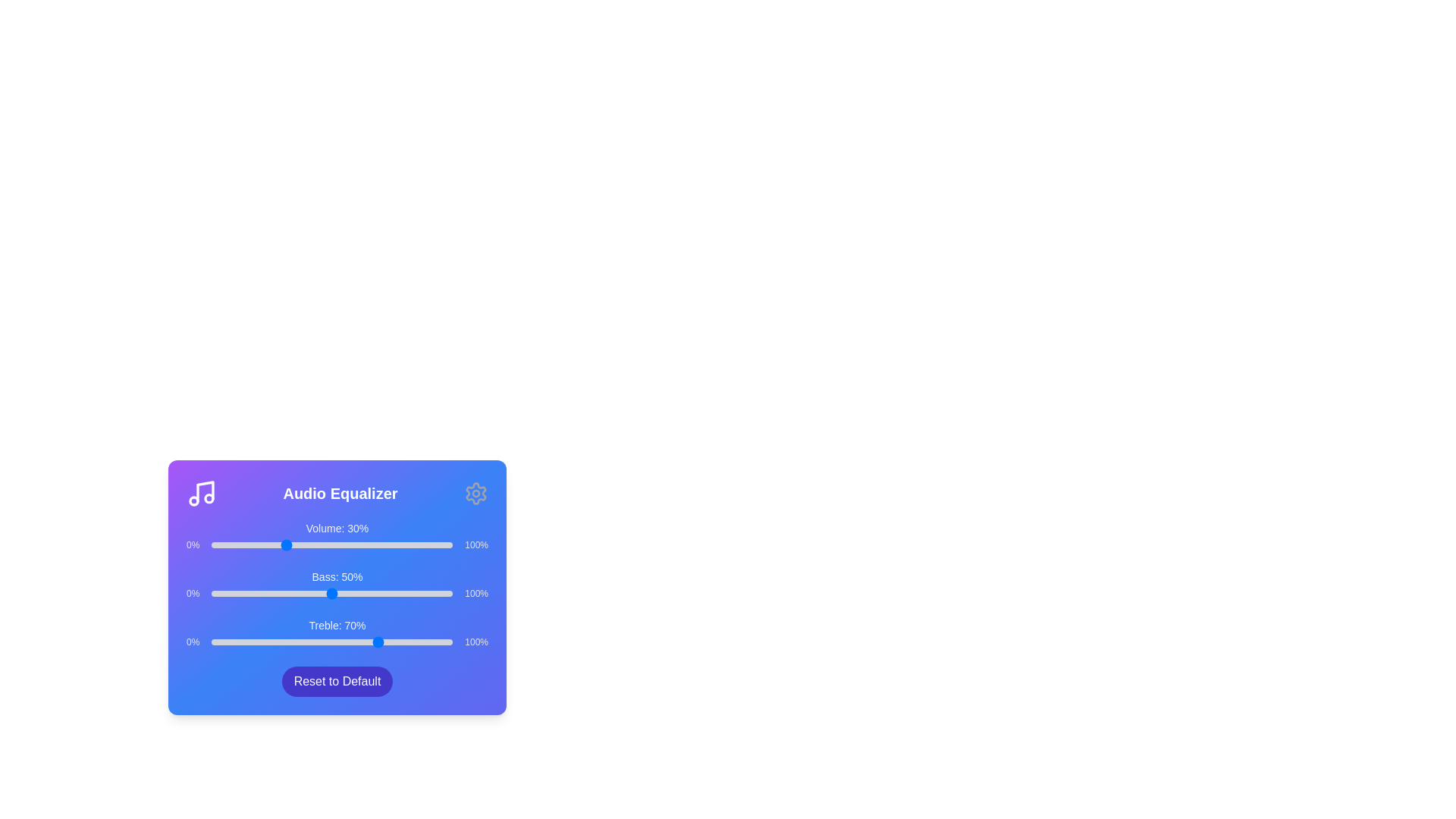 The height and width of the screenshot is (819, 1456). I want to click on the Music icon in the Audio Equalizer Panel, so click(200, 494).